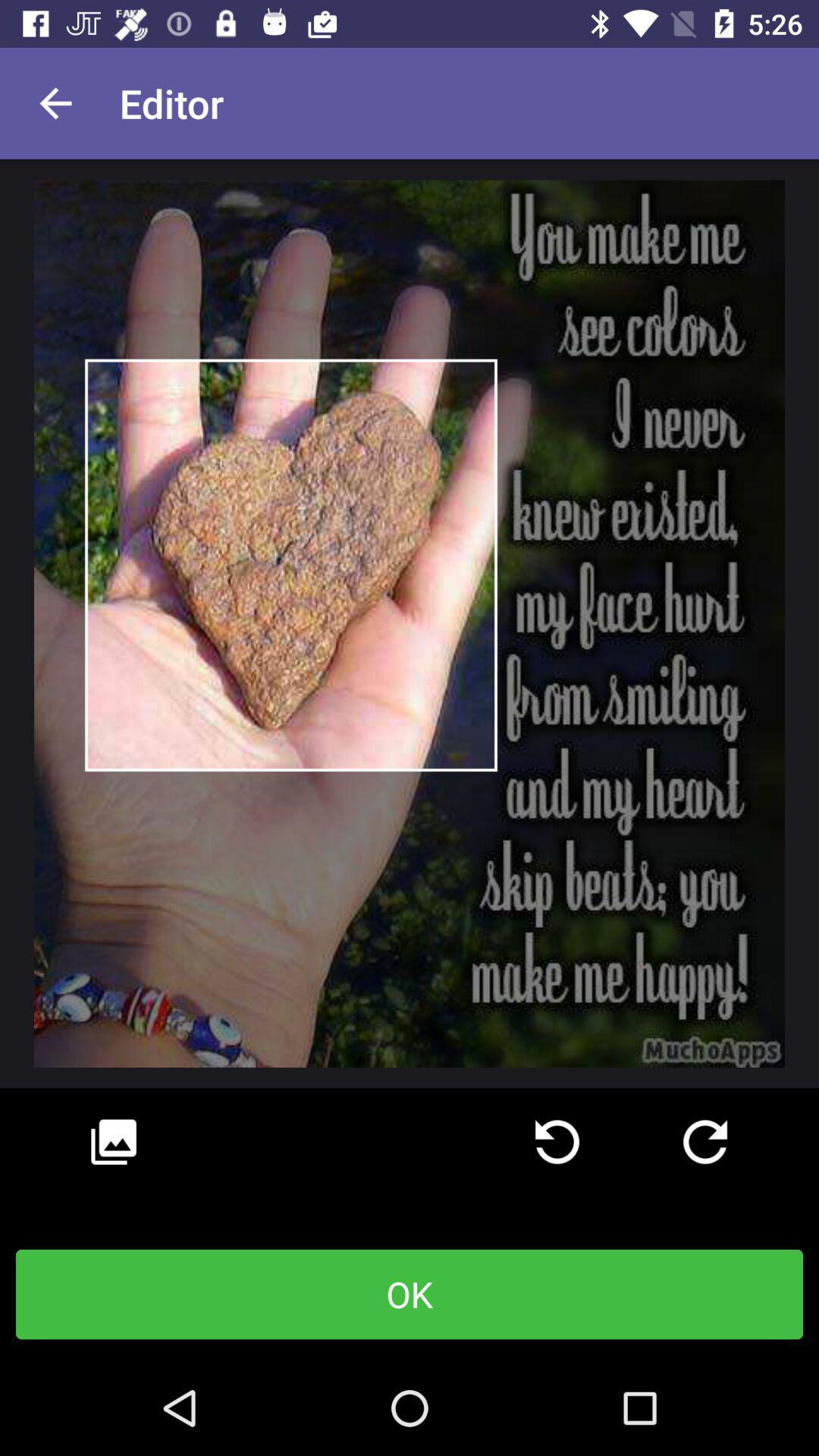 Image resolution: width=819 pixels, height=1456 pixels. I want to click on the option is used to reload the page, so click(557, 1142).